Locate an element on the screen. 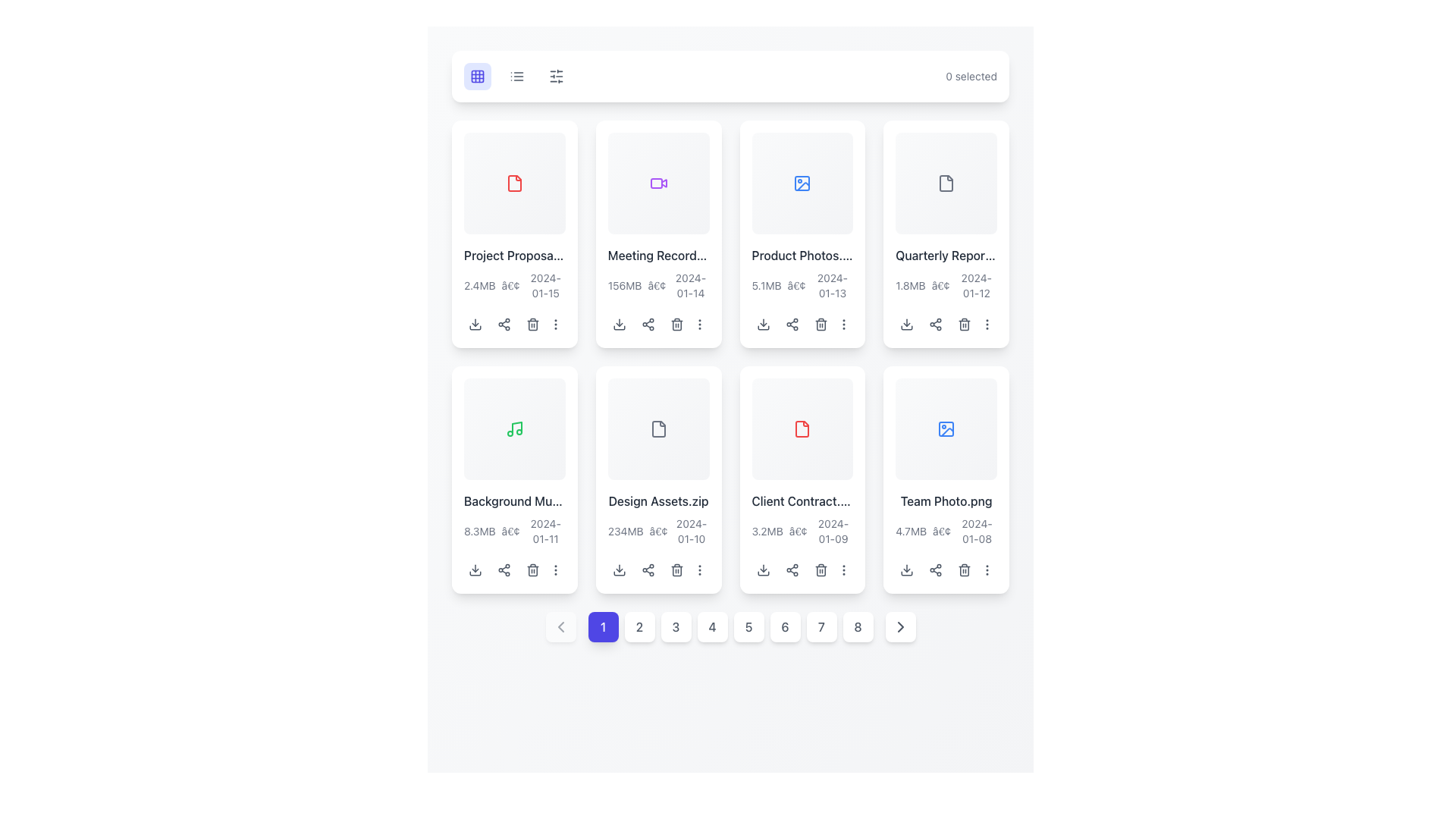 This screenshot has width=1456, height=819. the trash bin icon button located below the 'Quarterly Report' item in the grid layout is located at coordinates (964, 323).